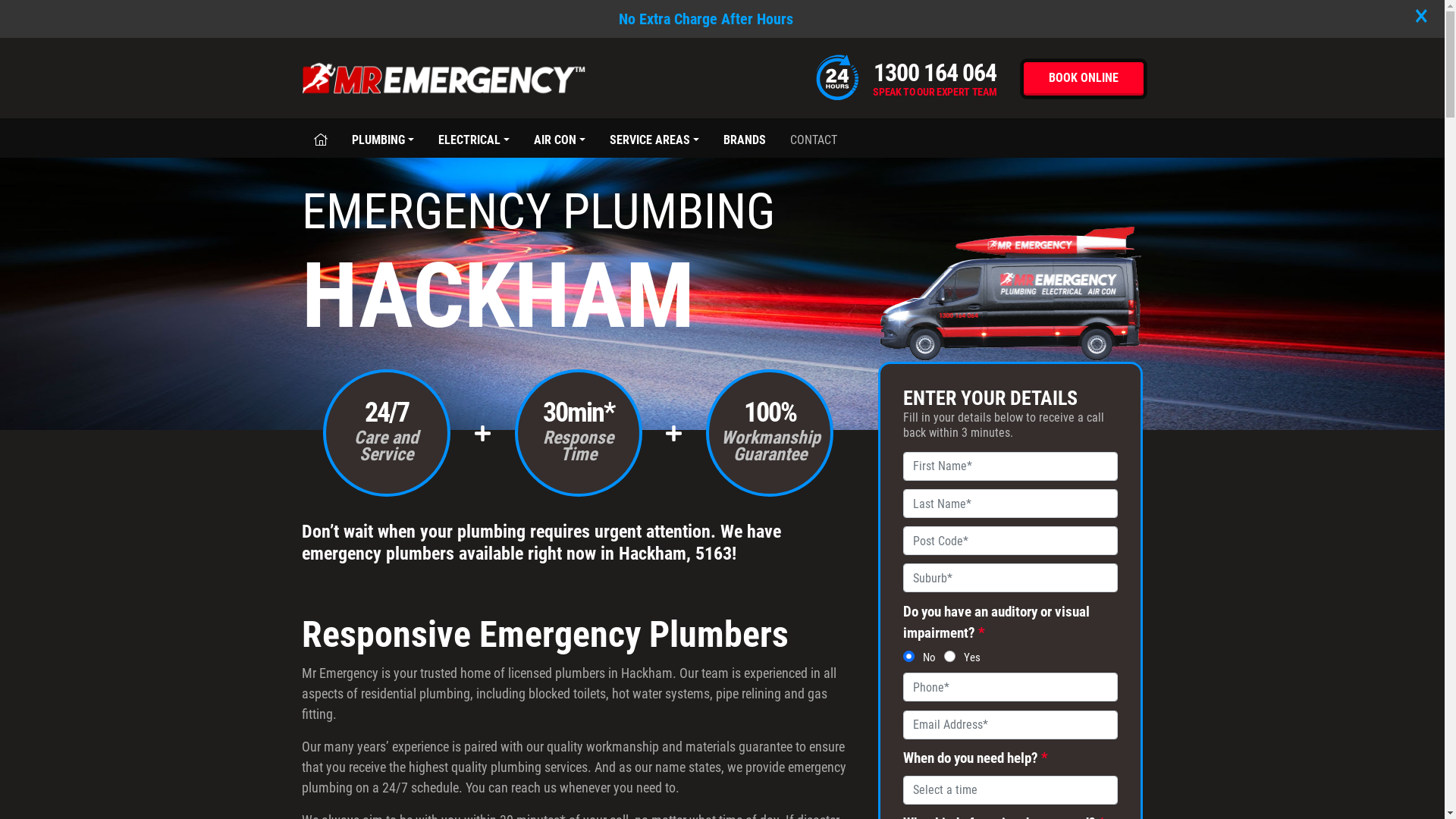 The image size is (1456, 819). I want to click on 'PLUMBING', so click(382, 138).